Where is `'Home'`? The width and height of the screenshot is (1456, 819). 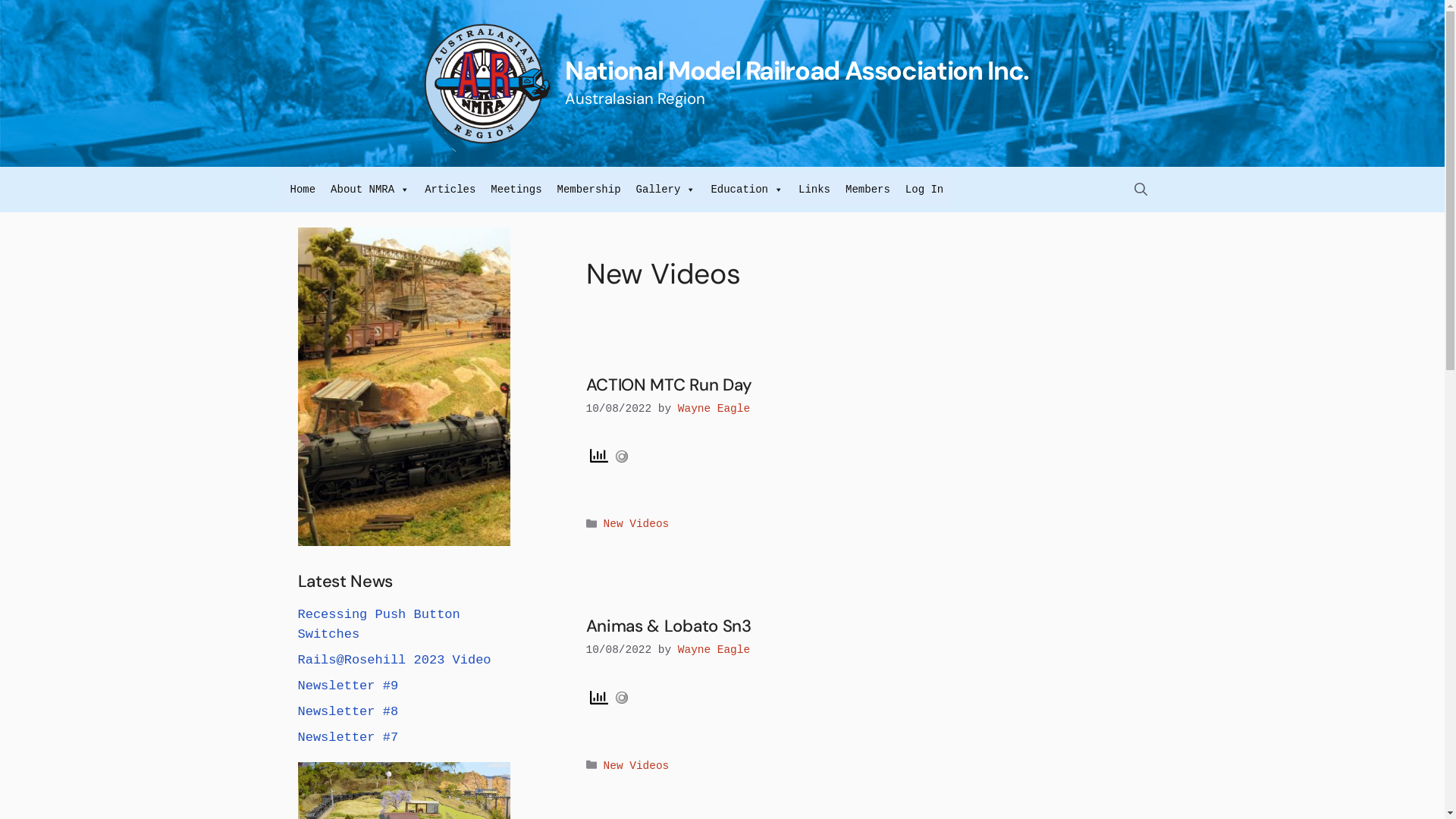
'Home' is located at coordinates (302, 189).